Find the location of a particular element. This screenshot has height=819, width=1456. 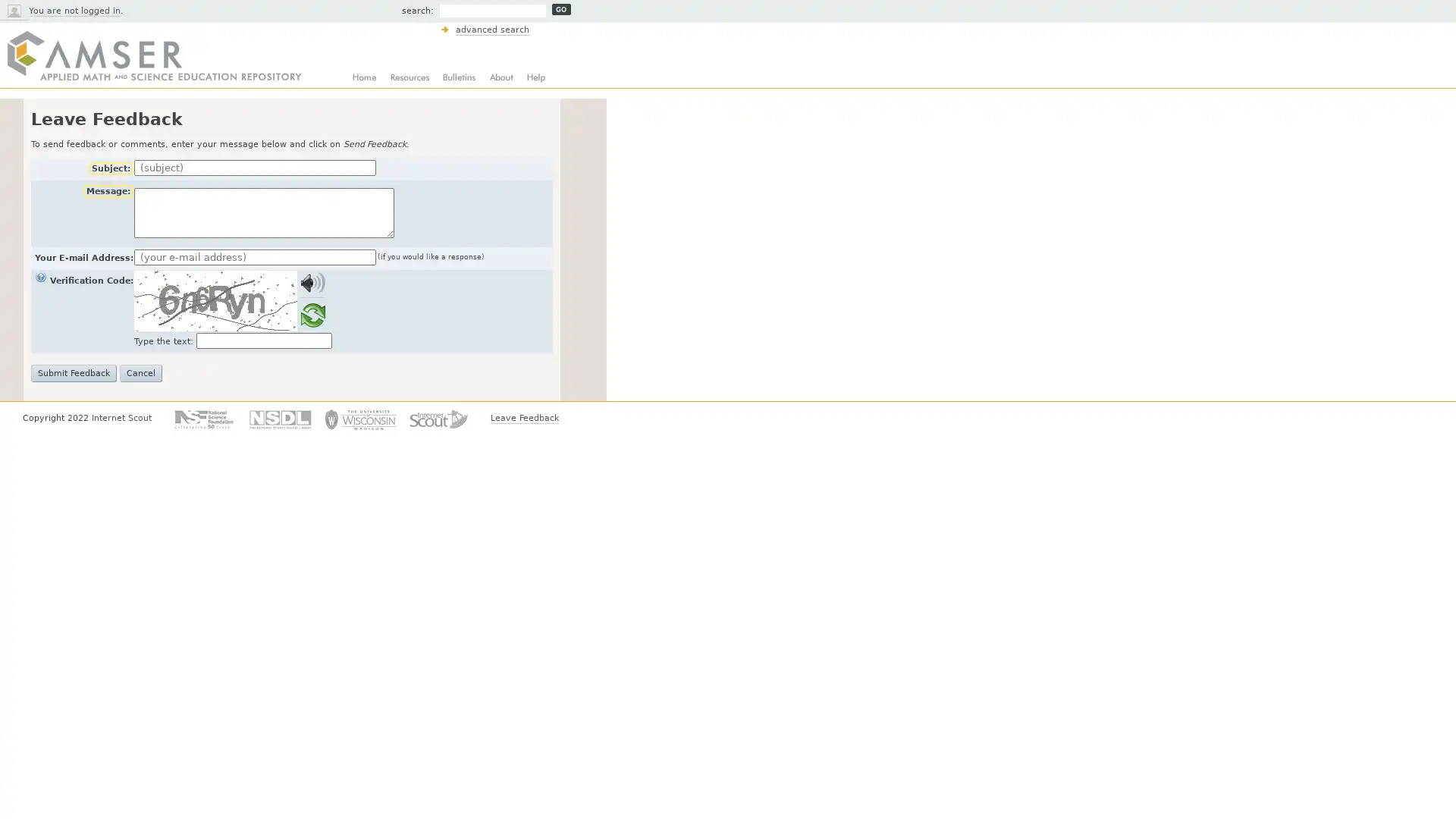

Submit is located at coordinates (560, 9).